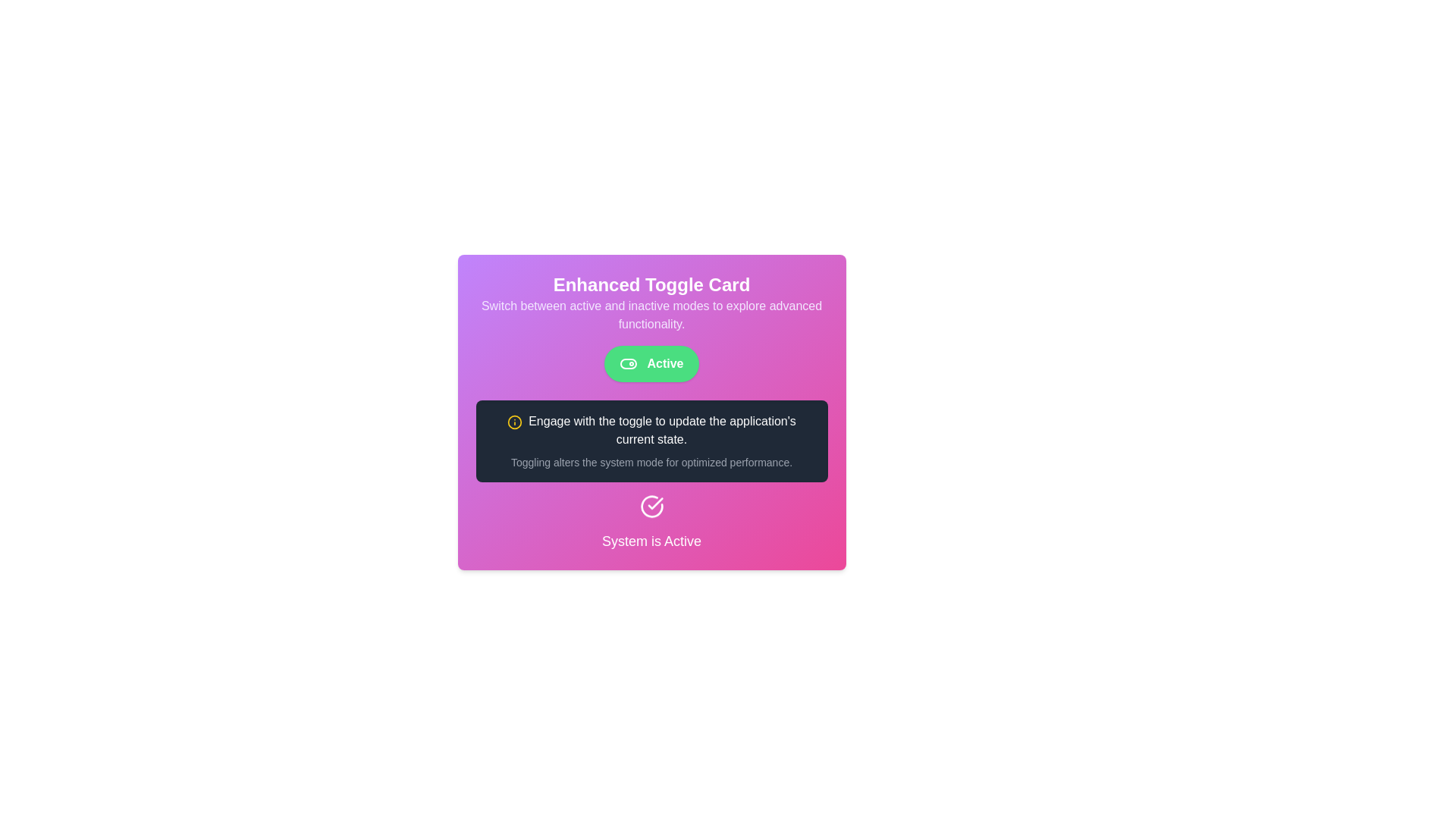 The height and width of the screenshot is (819, 1456). What do you see at coordinates (655, 507) in the screenshot?
I see `the checkmark icon, which is styled in white and set against a vibrant pink background, located in the lower-center region of the interface` at bounding box center [655, 507].